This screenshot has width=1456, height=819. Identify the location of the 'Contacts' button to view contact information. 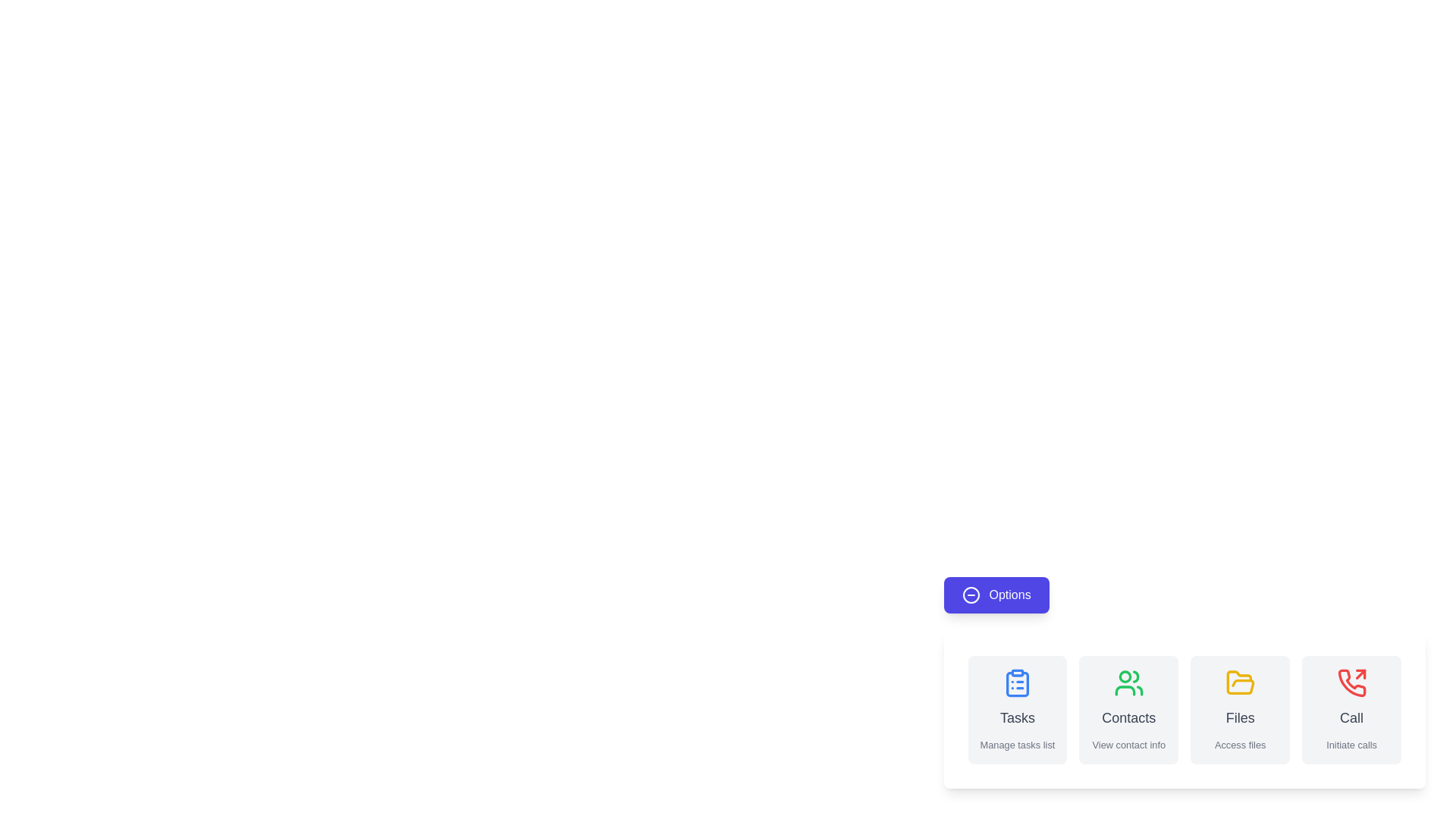
(1128, 710).